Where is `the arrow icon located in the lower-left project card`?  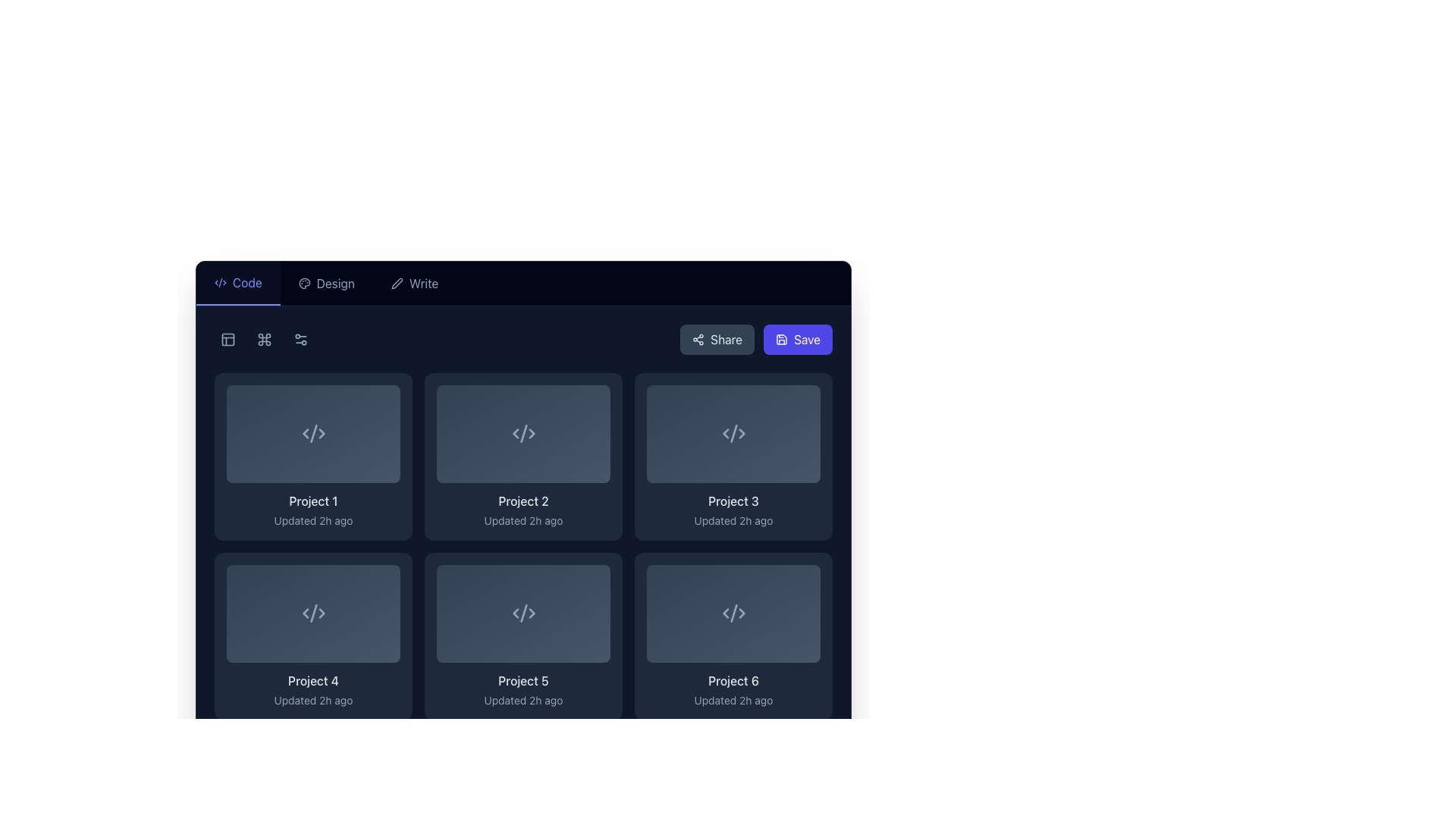
the arrow icon located in the lower-left project card is located at coordinates (321, 613).